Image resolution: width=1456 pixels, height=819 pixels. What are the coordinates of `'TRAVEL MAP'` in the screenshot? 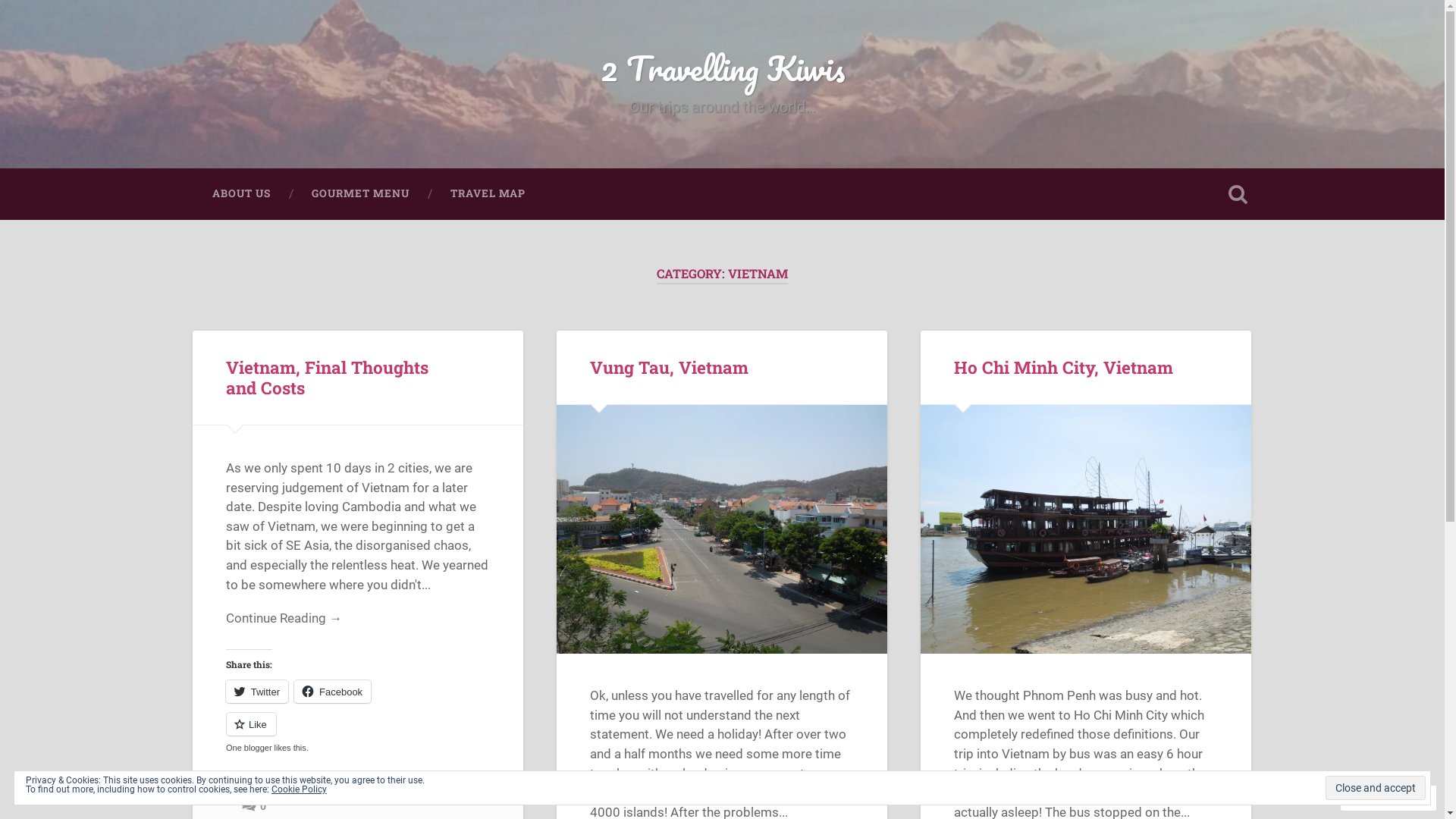 It's located at (487, 193).